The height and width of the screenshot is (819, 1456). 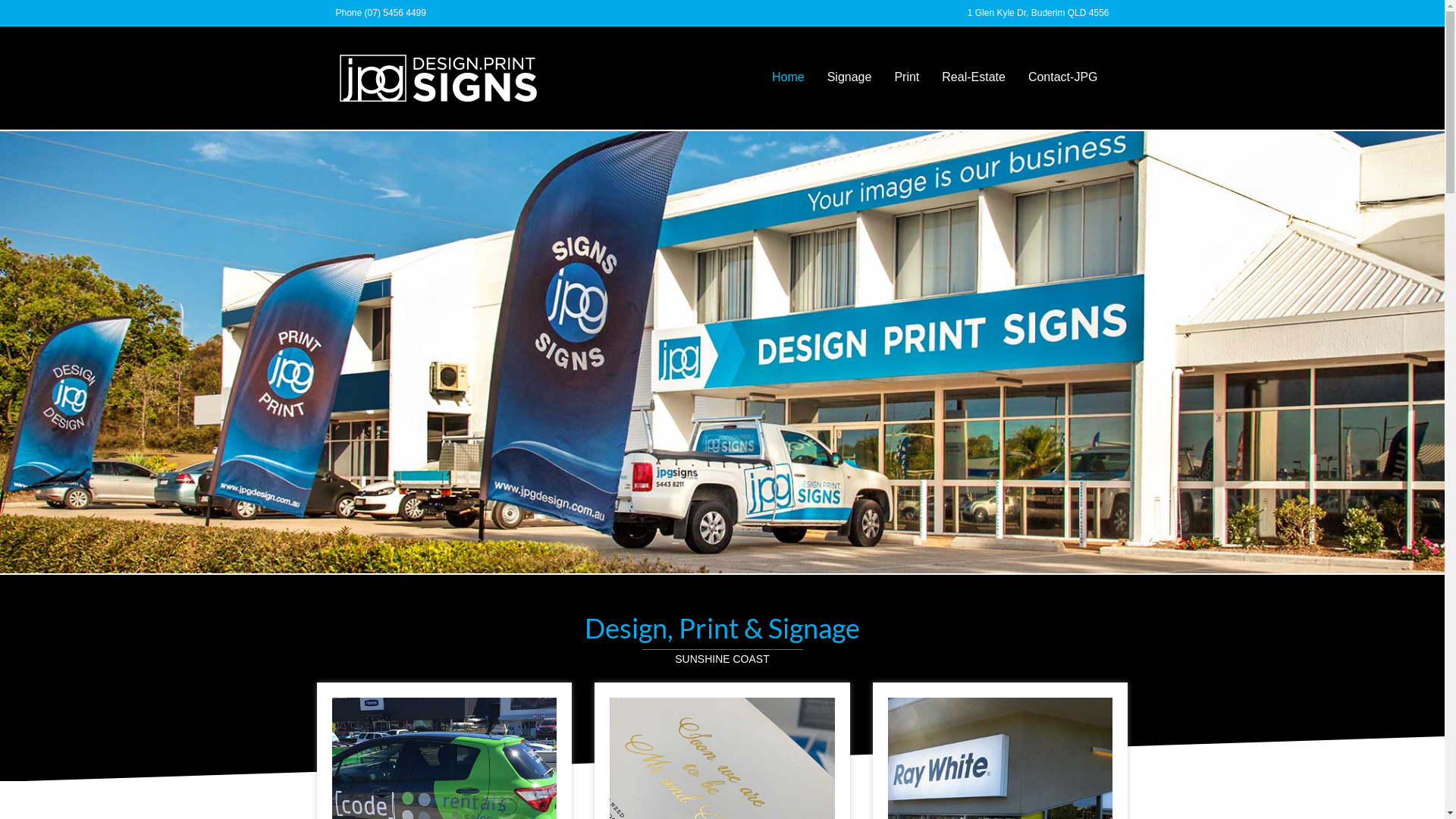 What do you see at coordinates (721, 352) in the screenshot?
I see `'JPG-SIGNS-Maroochydore'` at bounding box center [721, 352].